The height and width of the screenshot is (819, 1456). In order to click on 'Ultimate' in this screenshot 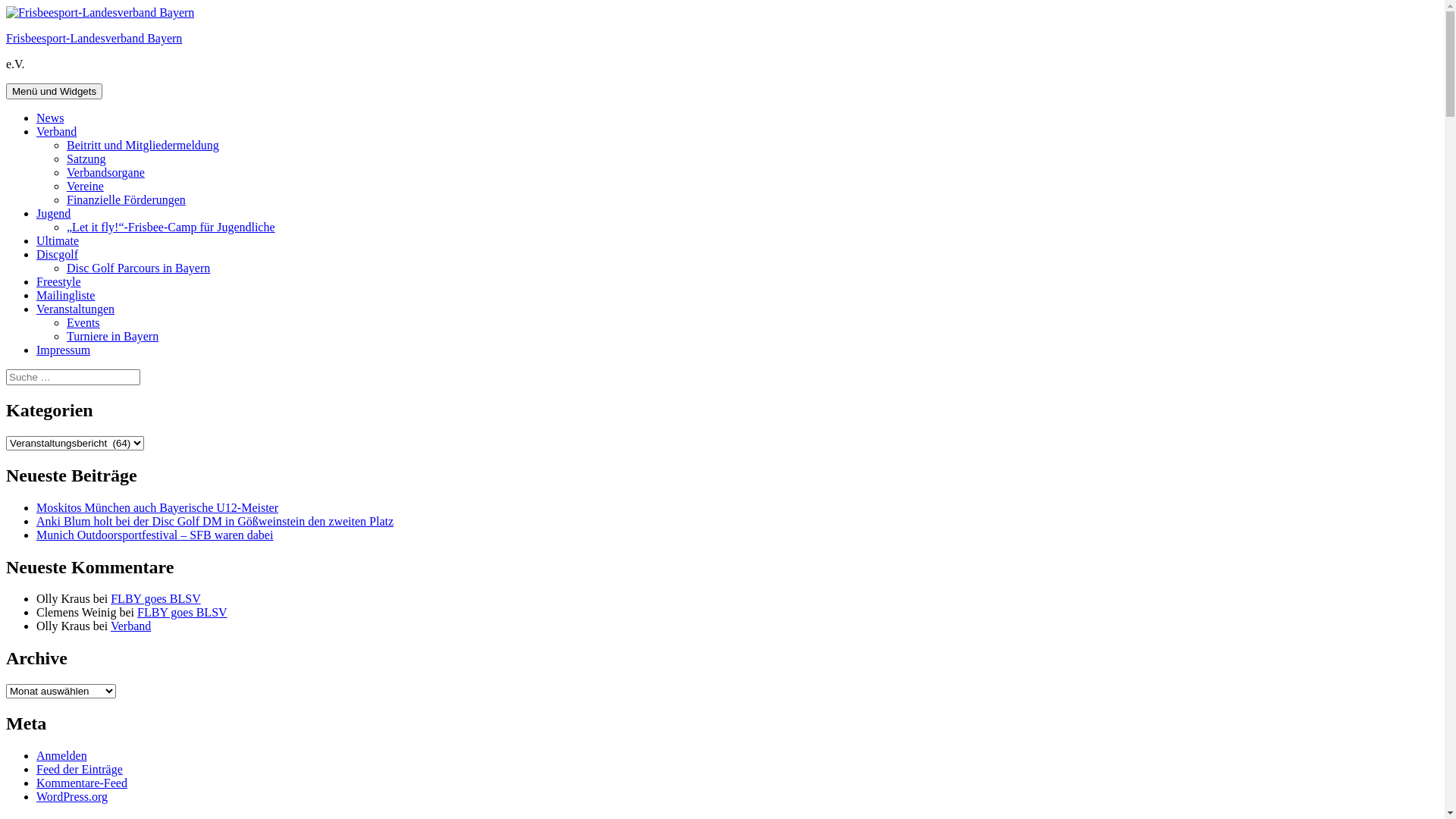, I will do `click(58, 240)`.